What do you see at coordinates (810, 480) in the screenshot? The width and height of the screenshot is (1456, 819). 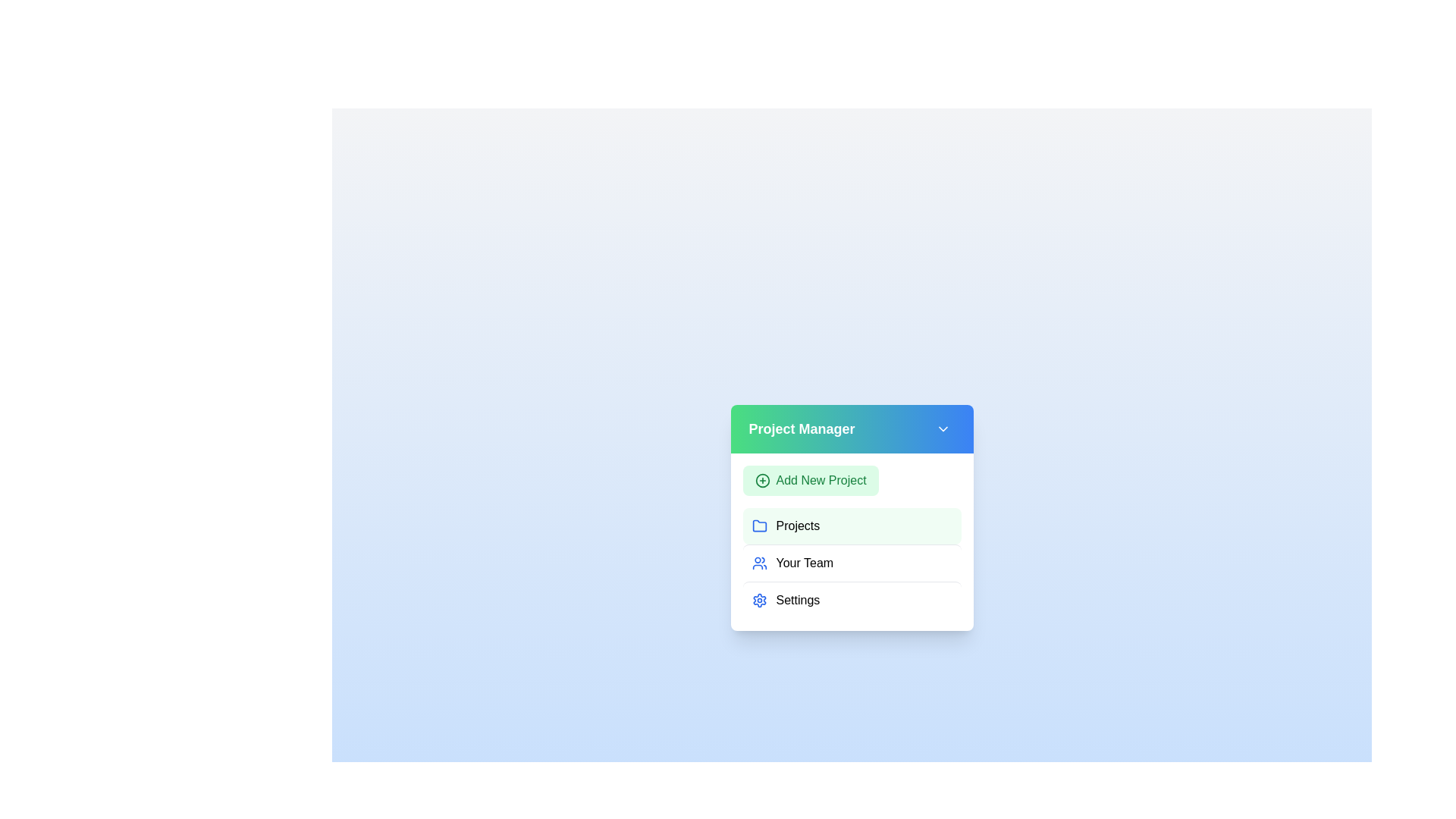 I see `the 'Add New Project' button` at bounding box center [810, 480].